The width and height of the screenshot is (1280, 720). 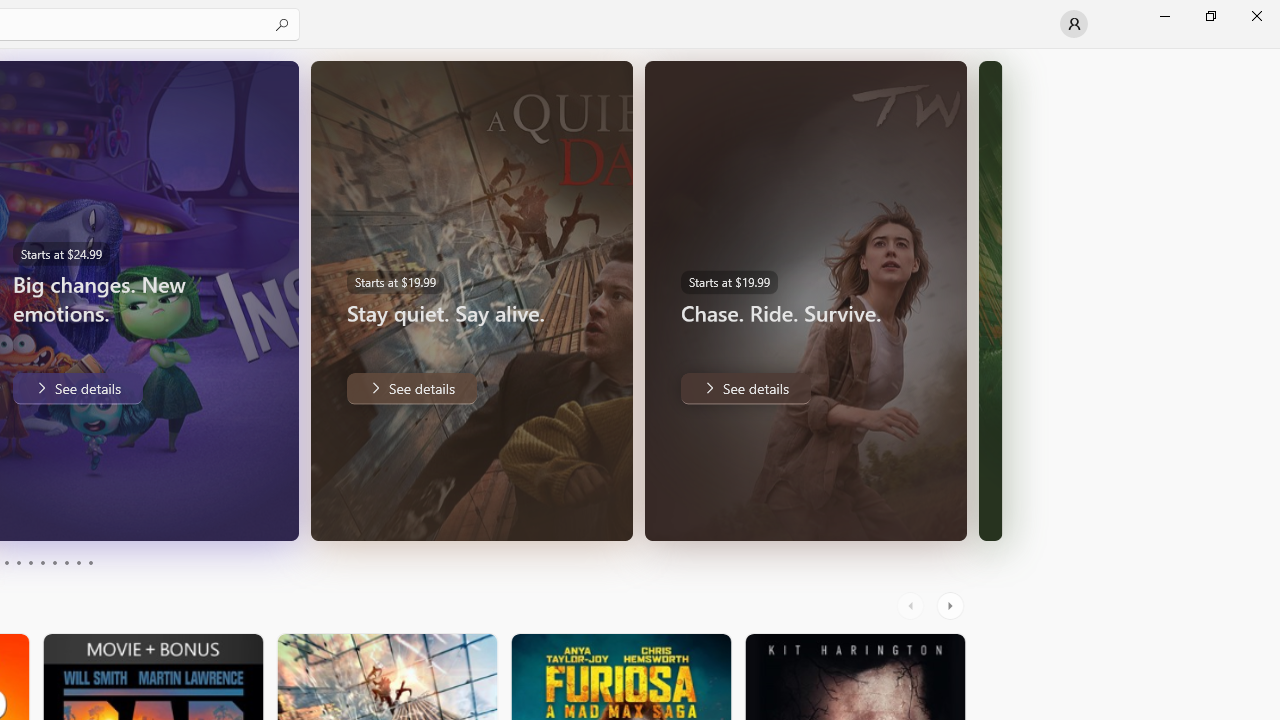 What do you see at coordinates (1209, 15) in the screenshot?
I see `'Restore Microsoft Store'` at bounding box center [1209, 15].